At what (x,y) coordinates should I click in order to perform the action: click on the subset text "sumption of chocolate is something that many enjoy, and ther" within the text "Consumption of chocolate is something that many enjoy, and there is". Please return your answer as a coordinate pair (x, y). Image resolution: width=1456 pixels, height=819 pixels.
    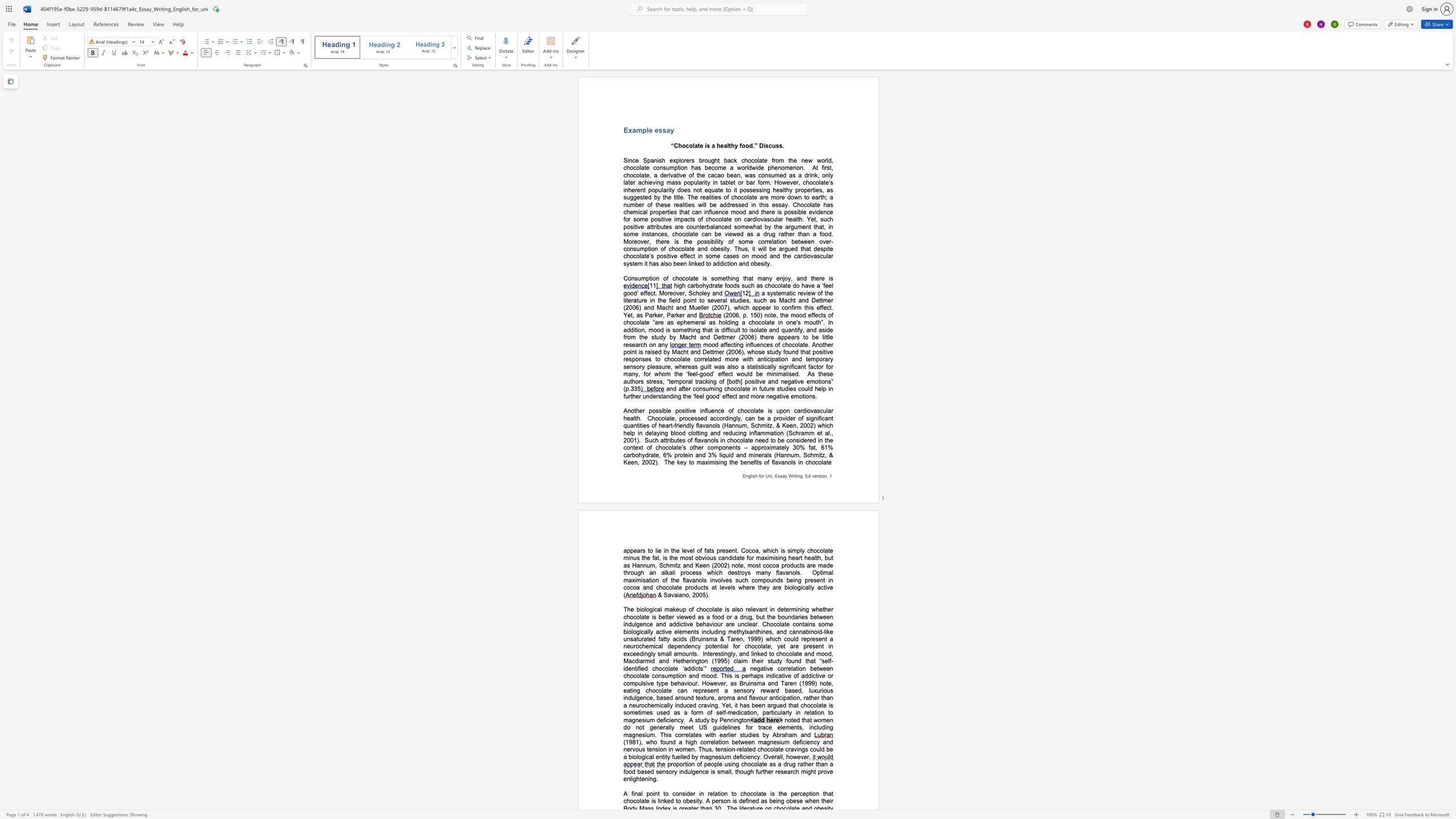
    Looking at the image, I should click on (634, 278).